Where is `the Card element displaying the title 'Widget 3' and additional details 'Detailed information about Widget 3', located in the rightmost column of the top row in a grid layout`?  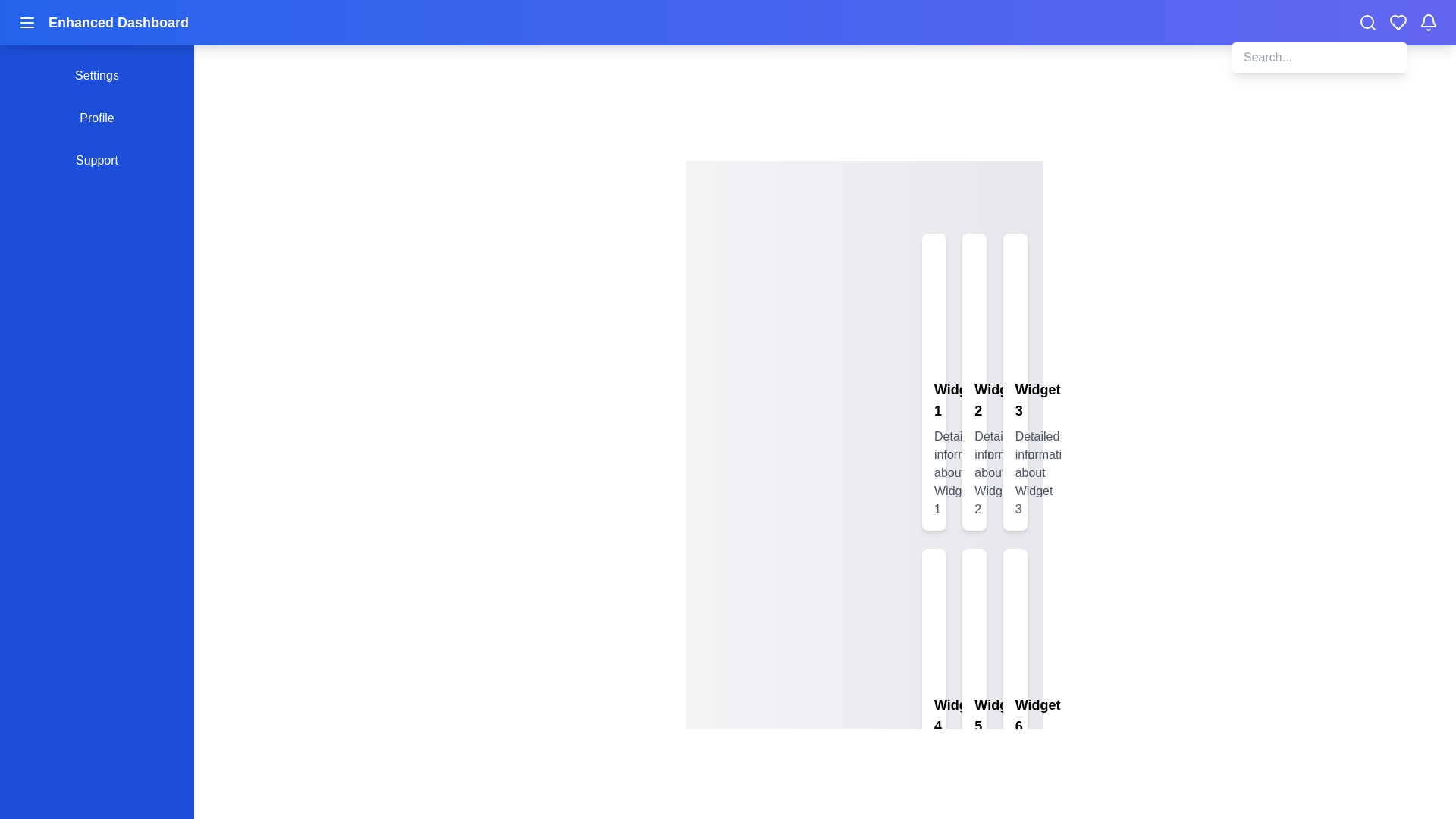
the Card element displaying the title 'Widget 3' and additional details 'Detailed information about Widget 3', located in the rightmost column of the top row in a grid layout is located at coordinates (1015, 381).